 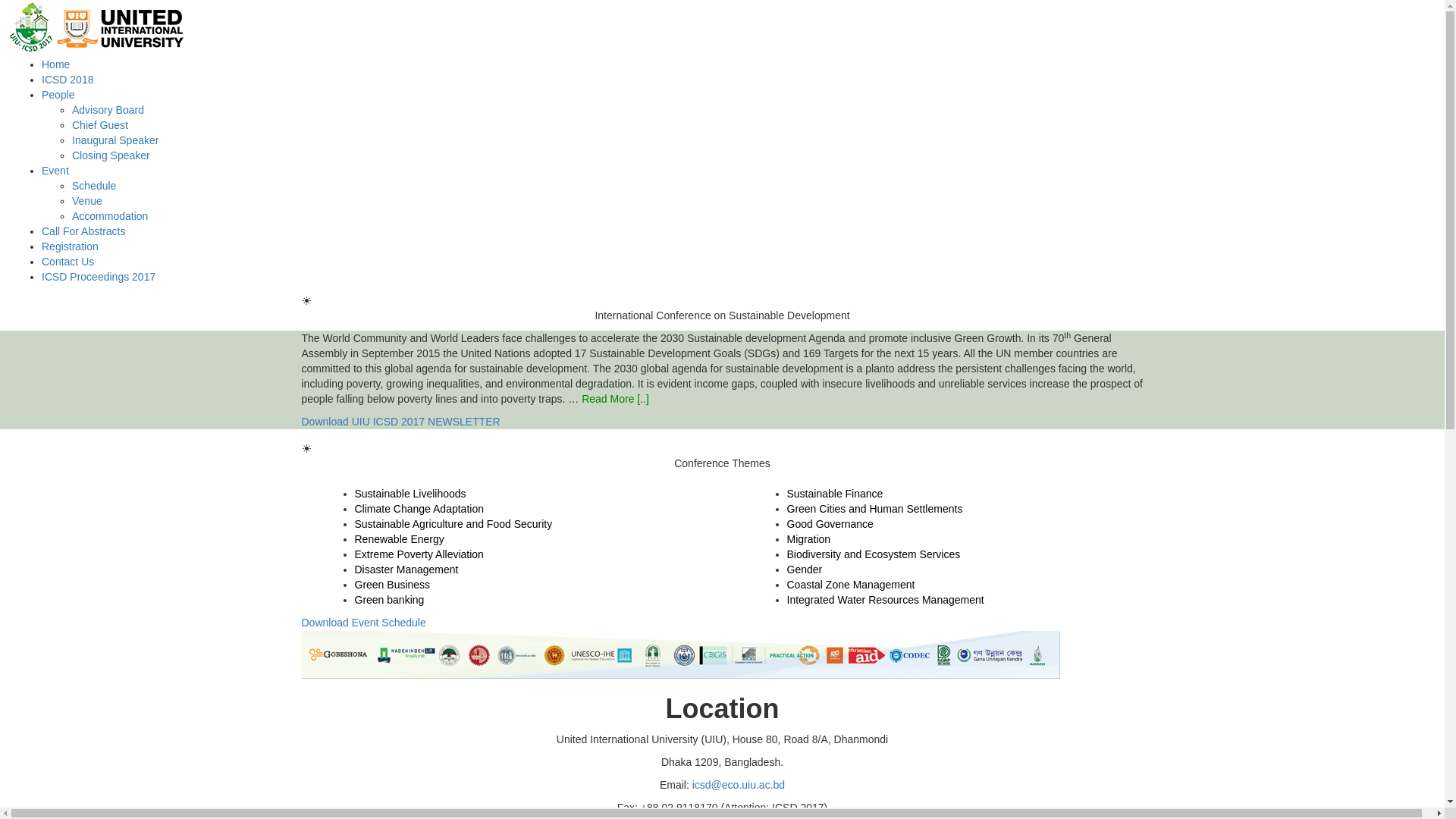 I want to click on 'Read More [..]', so click(x=615, y=397).